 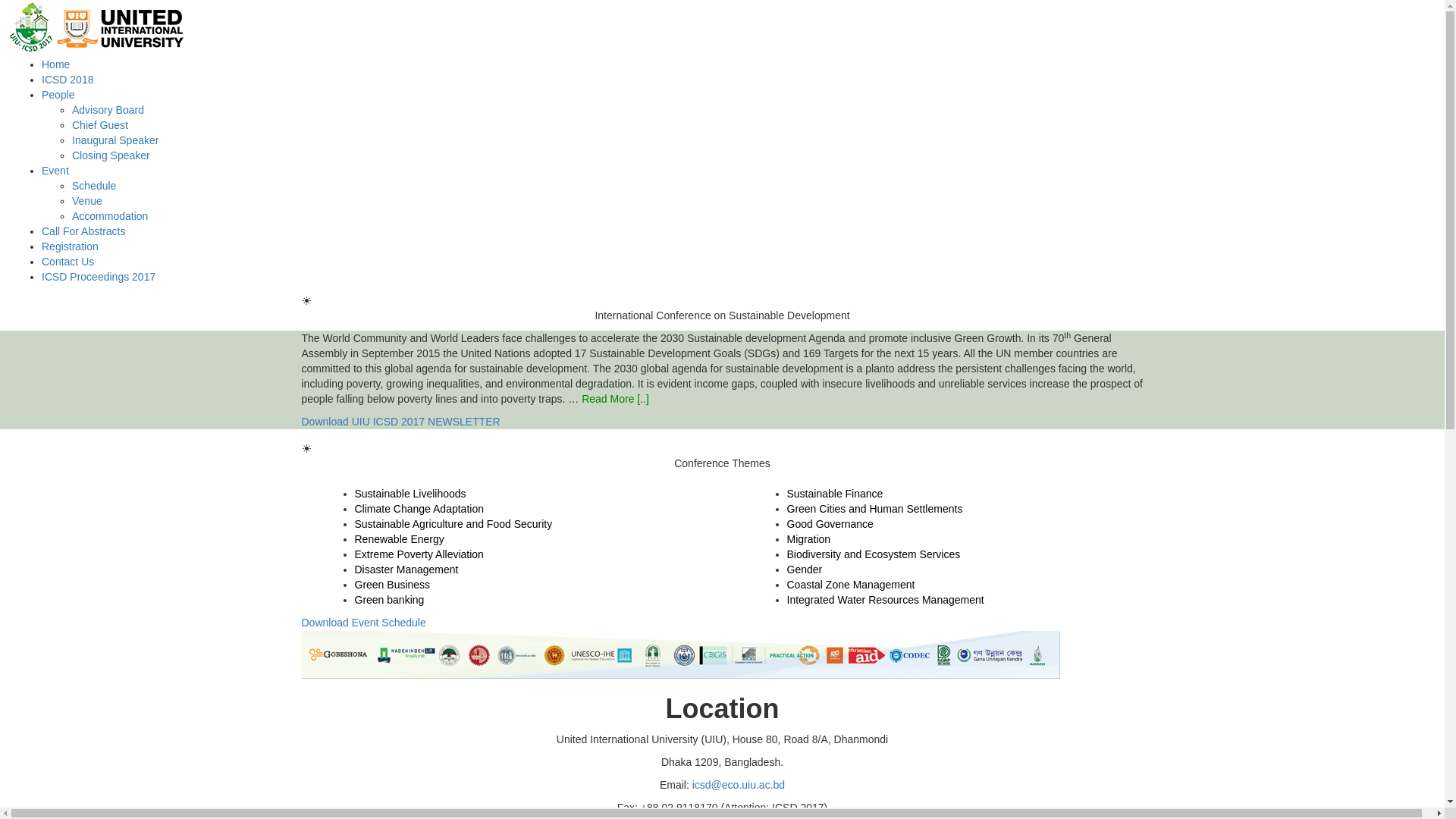 I want to click on 'Read More [..]', so click(x=615, y=397).